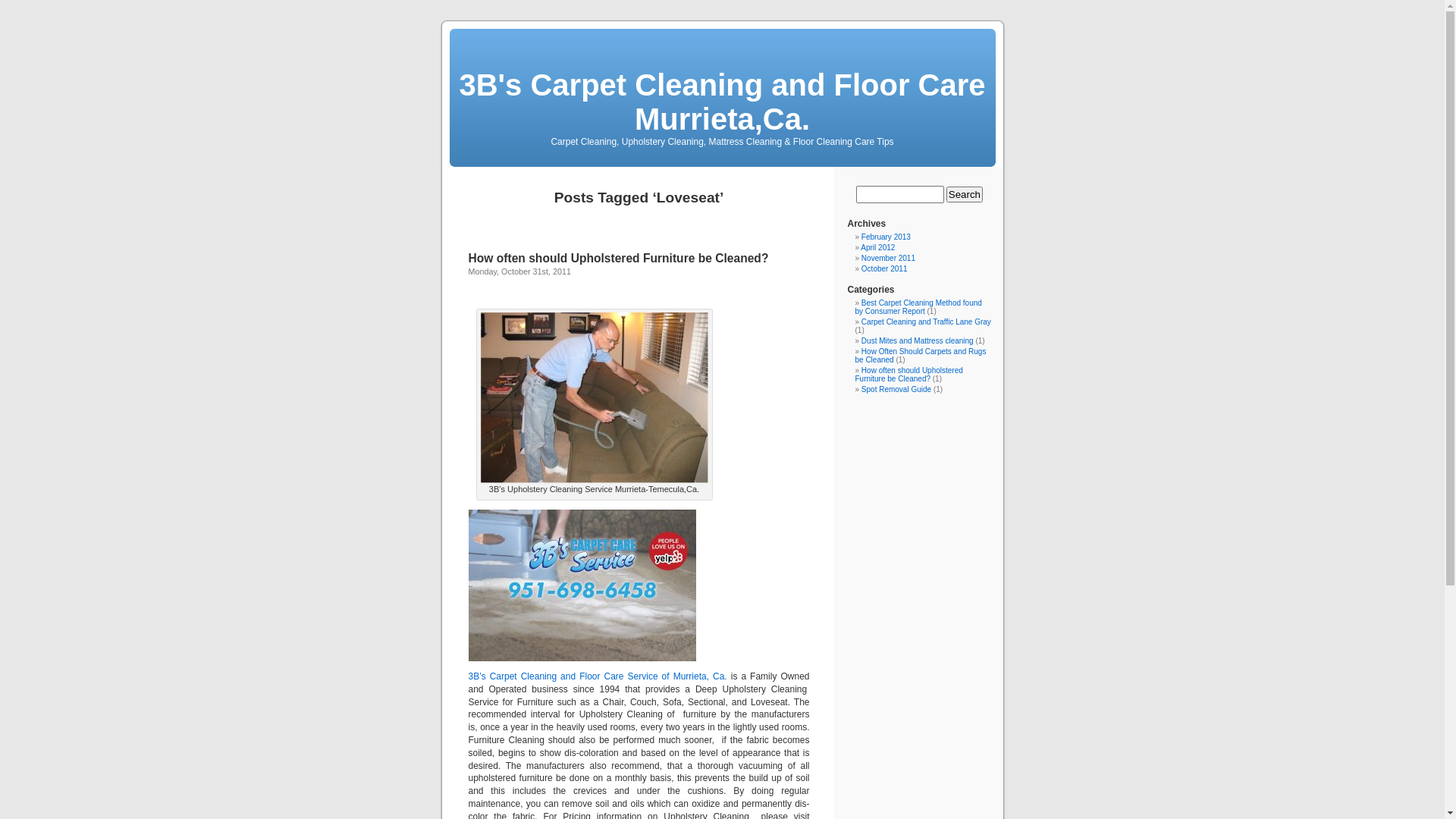  Describe the element at coordinates (896, 388) in the screenshot. I see `'Spot Removal Guide'` at that location.